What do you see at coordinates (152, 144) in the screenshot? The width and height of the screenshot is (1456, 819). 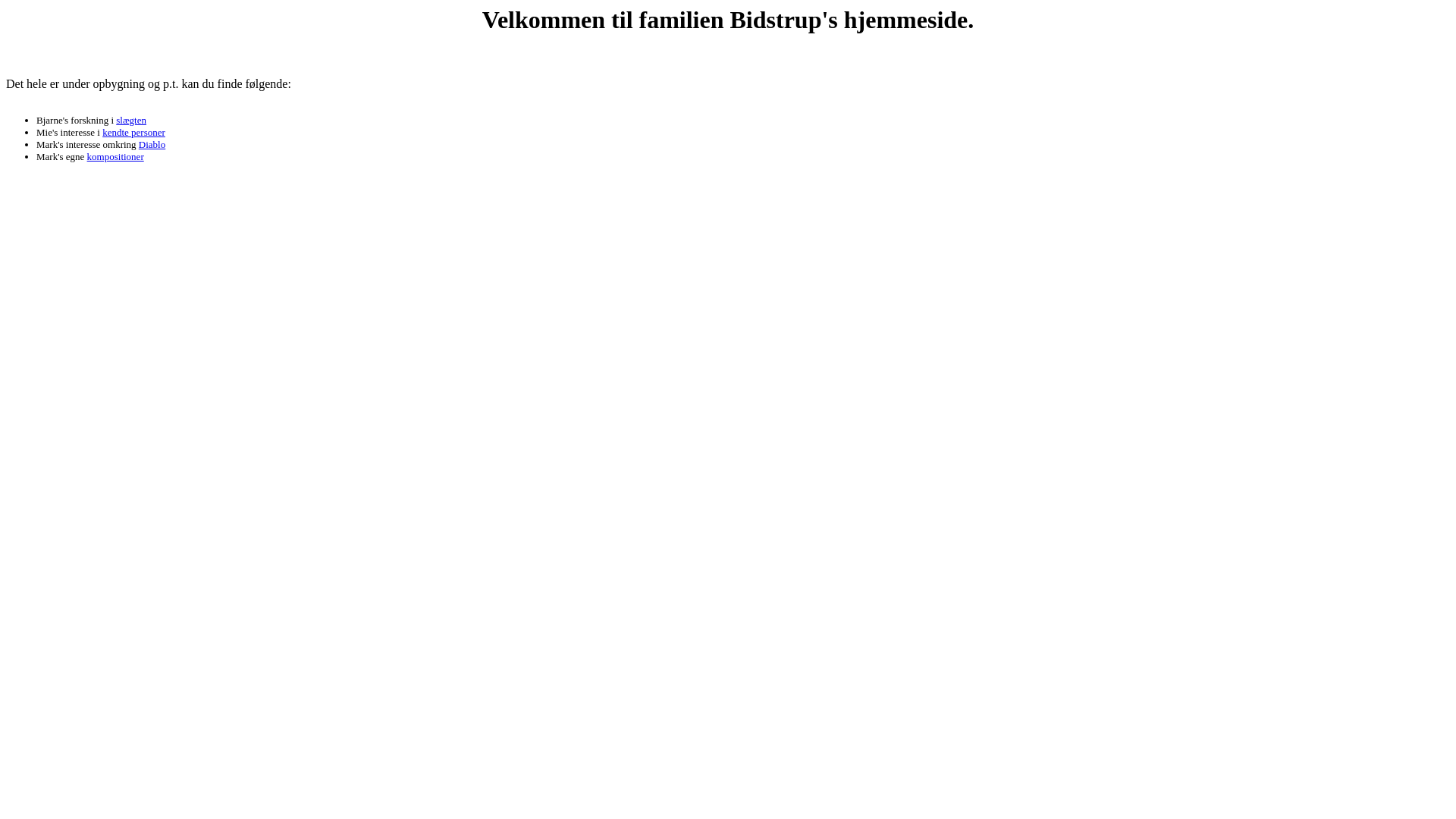 I see `'Diablo'` at bounding box center [152, 144].